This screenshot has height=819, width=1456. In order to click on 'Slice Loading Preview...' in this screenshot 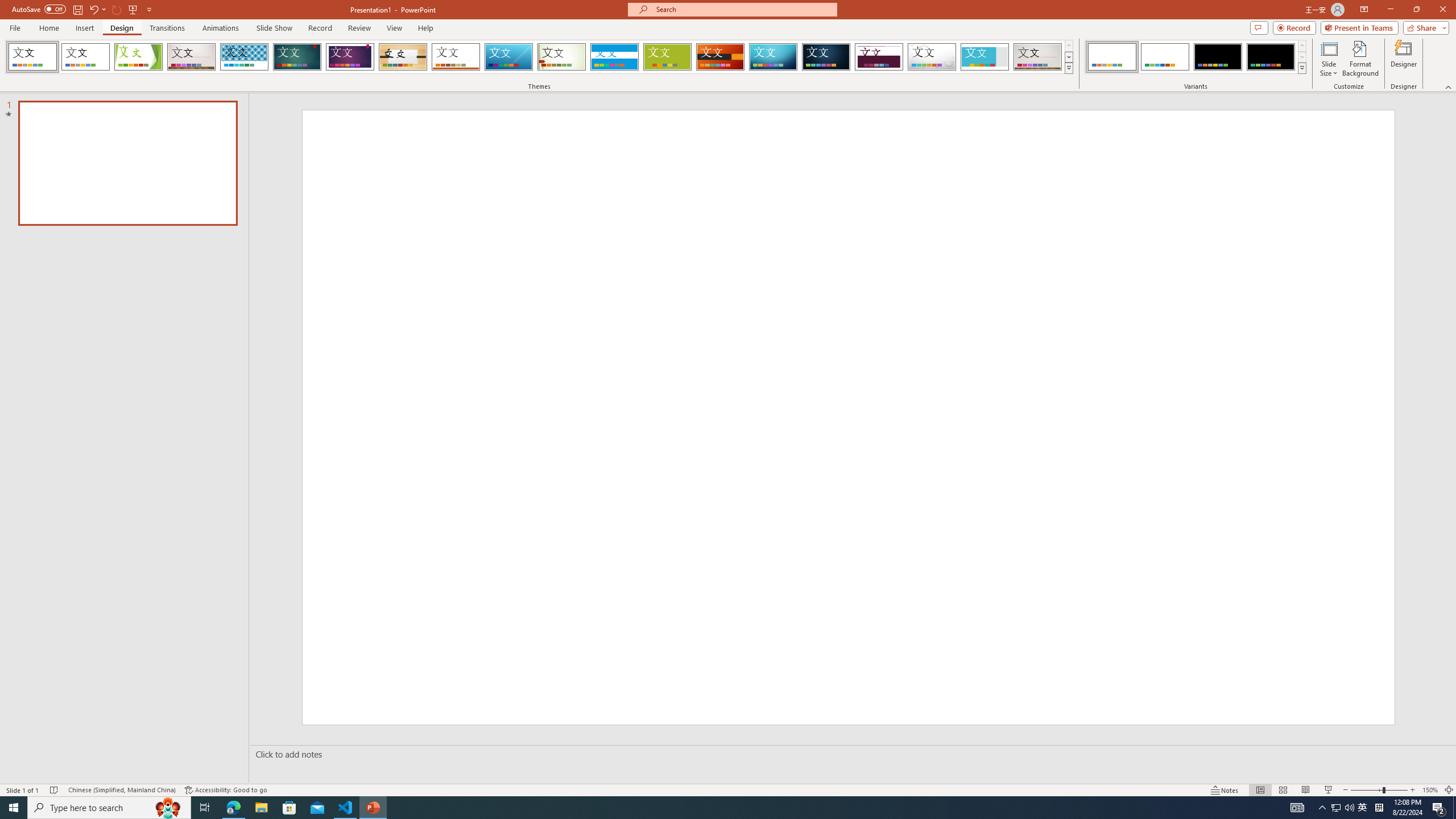, I will do `click(508, 56)`.